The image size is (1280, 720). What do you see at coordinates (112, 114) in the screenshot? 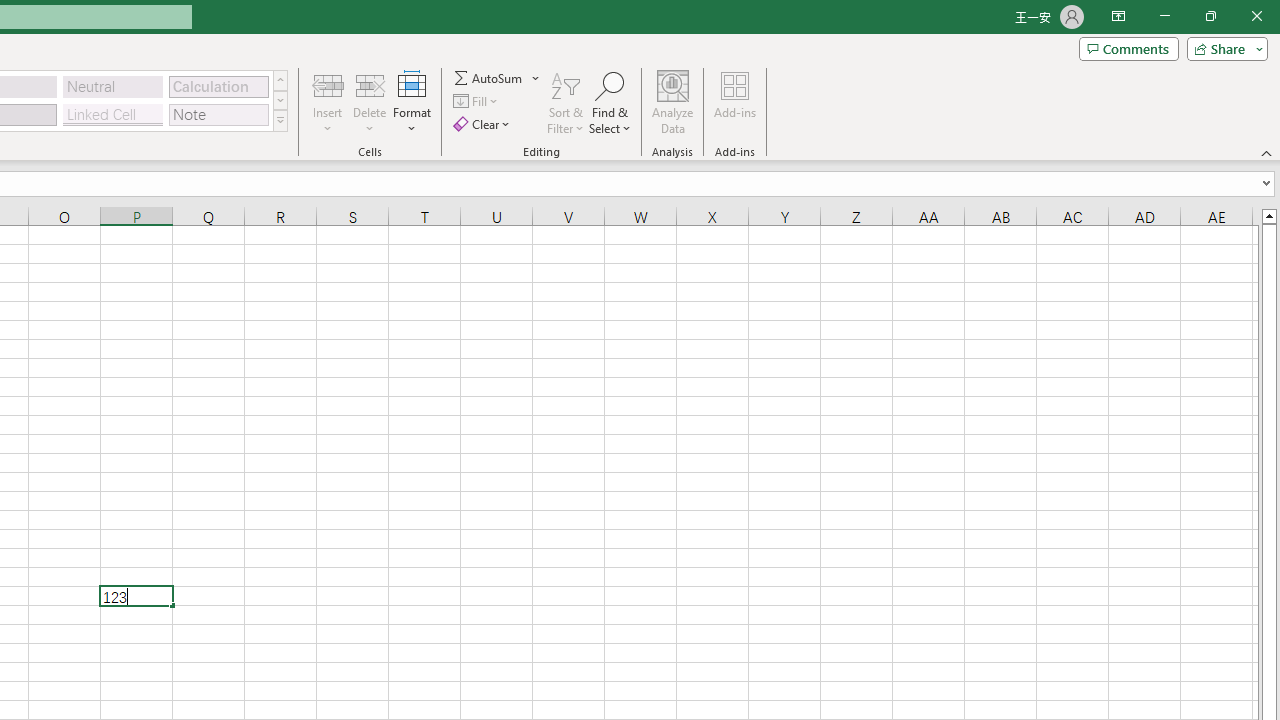
I see `'Linked Cell'` at bounding box center [112, 114].